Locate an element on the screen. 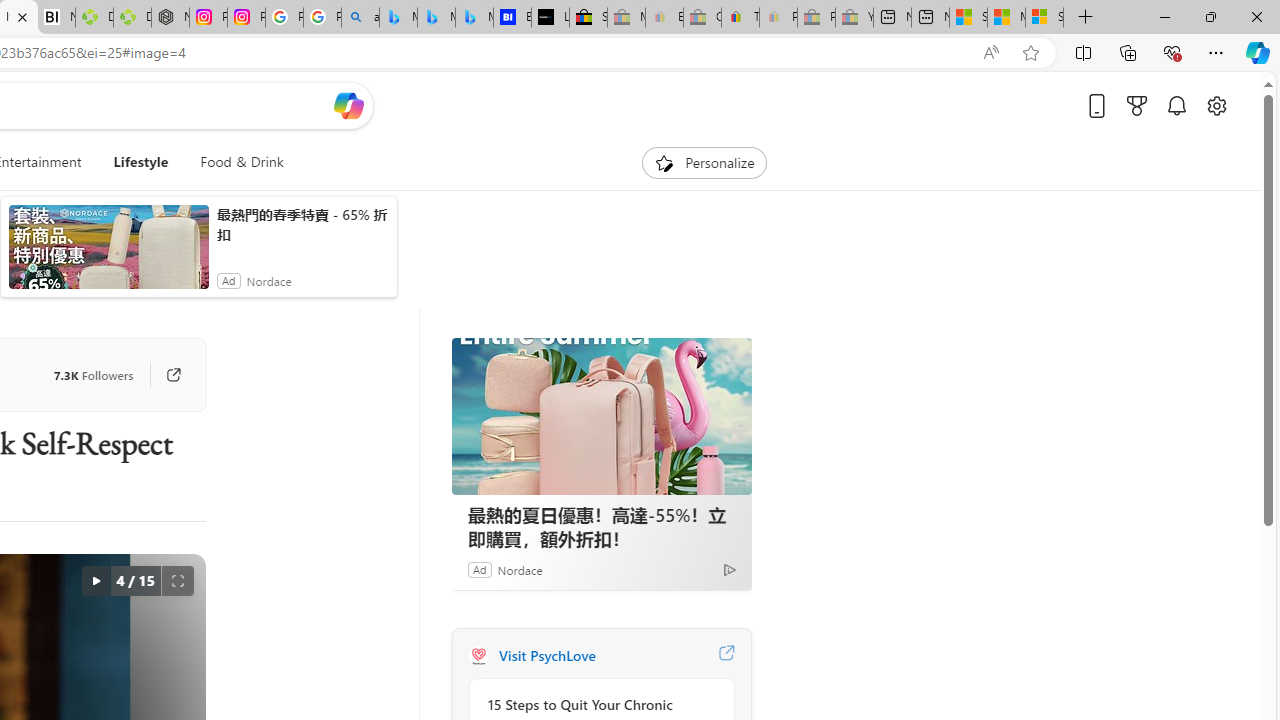 The height and width of the screenshot is (720, 1280). 'PsychLove' is located at coordinates (477, 655).